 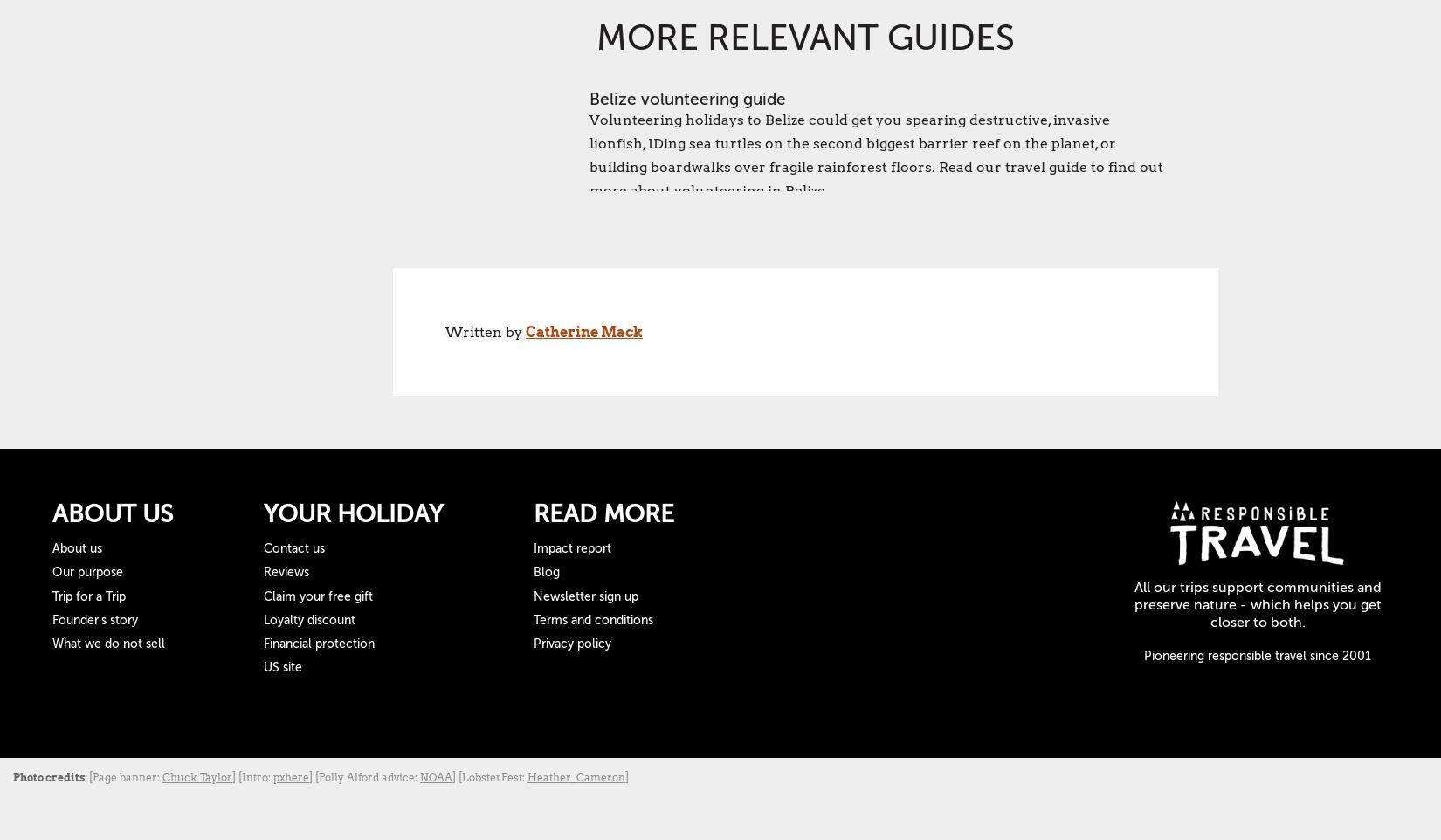 What do you see at coordinates (532, 548) in the screenshot?
I see `'Impact report'` at bounding box center [532, 548].